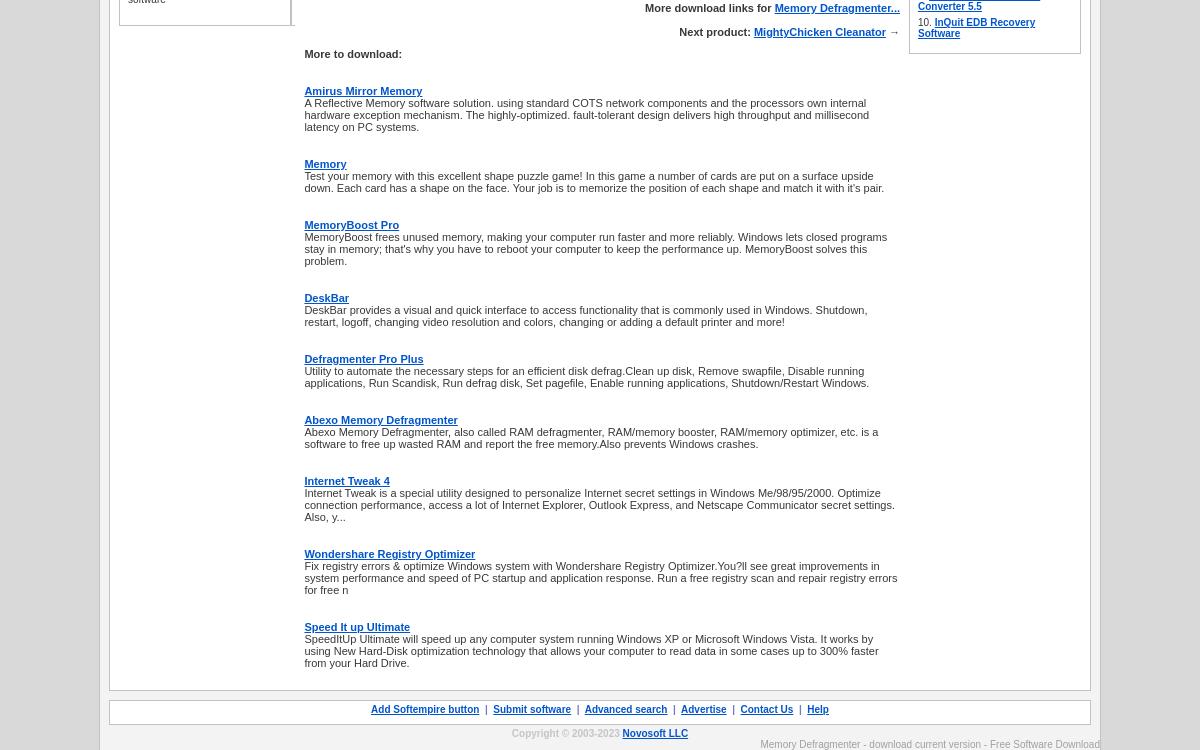 The image size is (1200, 750). What do you see at coordinates (593, 182) in the screenshot?
I see `'Test your memory with this excellent shape puzzle game!  In this game a number of cards are put on a surface upside down.  Each card has a shape on the face.  Your job is to memorize the position of each shape and match it with it's pair.'` at bounding box center [593, 182].